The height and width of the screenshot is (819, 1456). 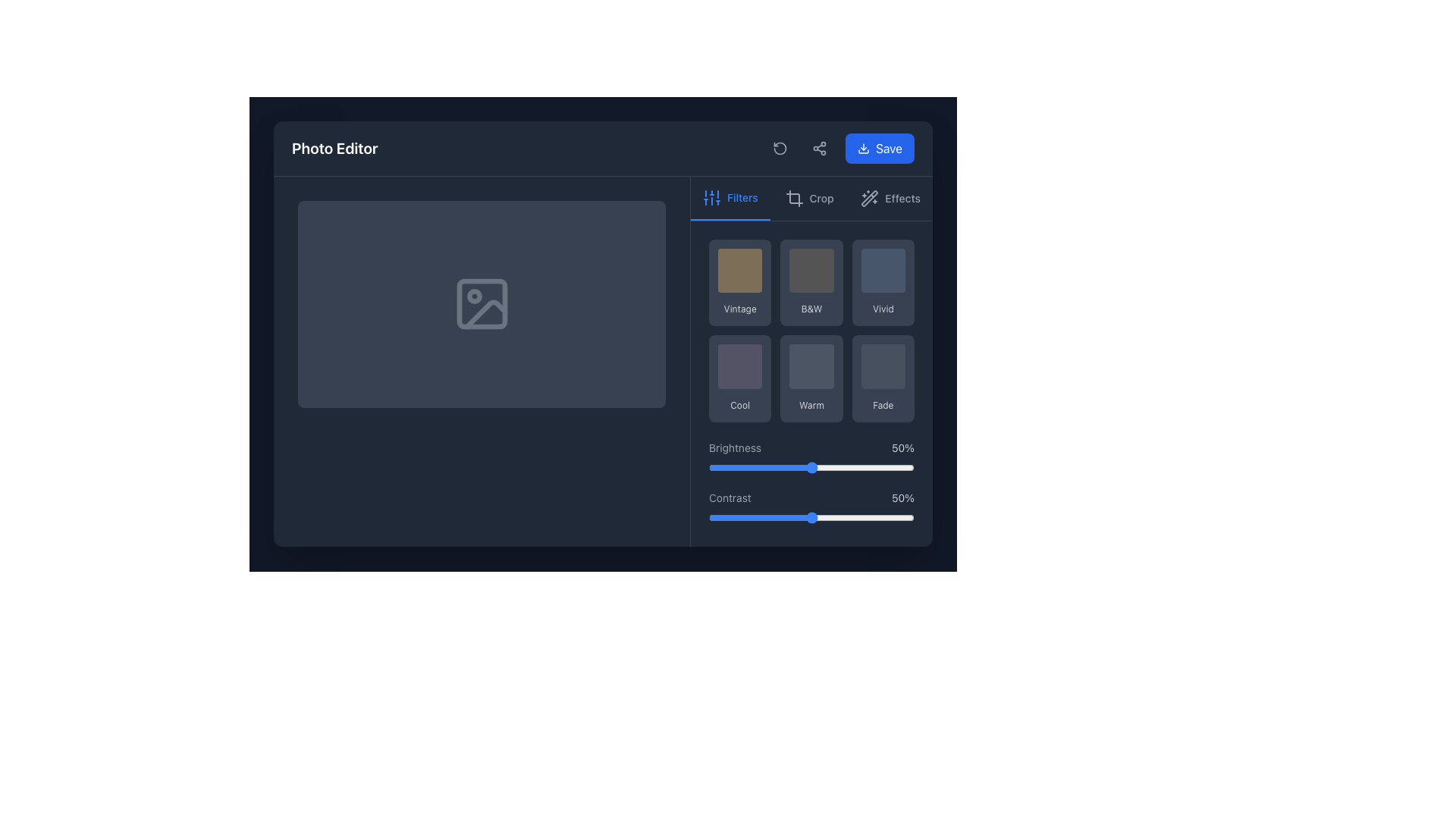 What do you see at coordinates (902, 198) in the screenshot?
I see `the 'Effects' tab, which is the third item in the top-right navigation bar of the photo editing tool, following 'Filters' and 'Crop'` at bounding box center [902, 198].